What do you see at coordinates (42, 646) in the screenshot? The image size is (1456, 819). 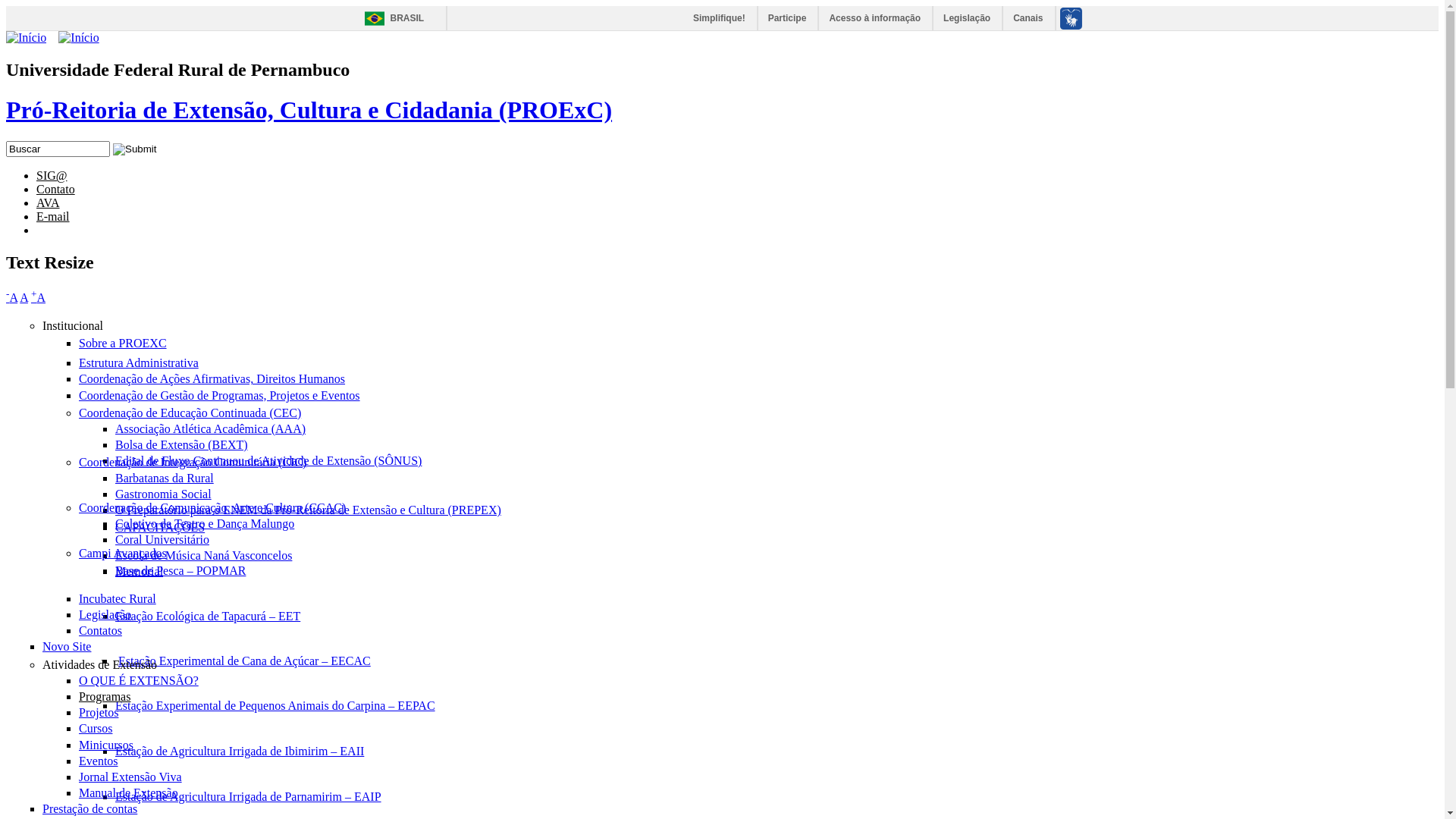 I see `'Novo Site'` at bounding box center [42, 646].